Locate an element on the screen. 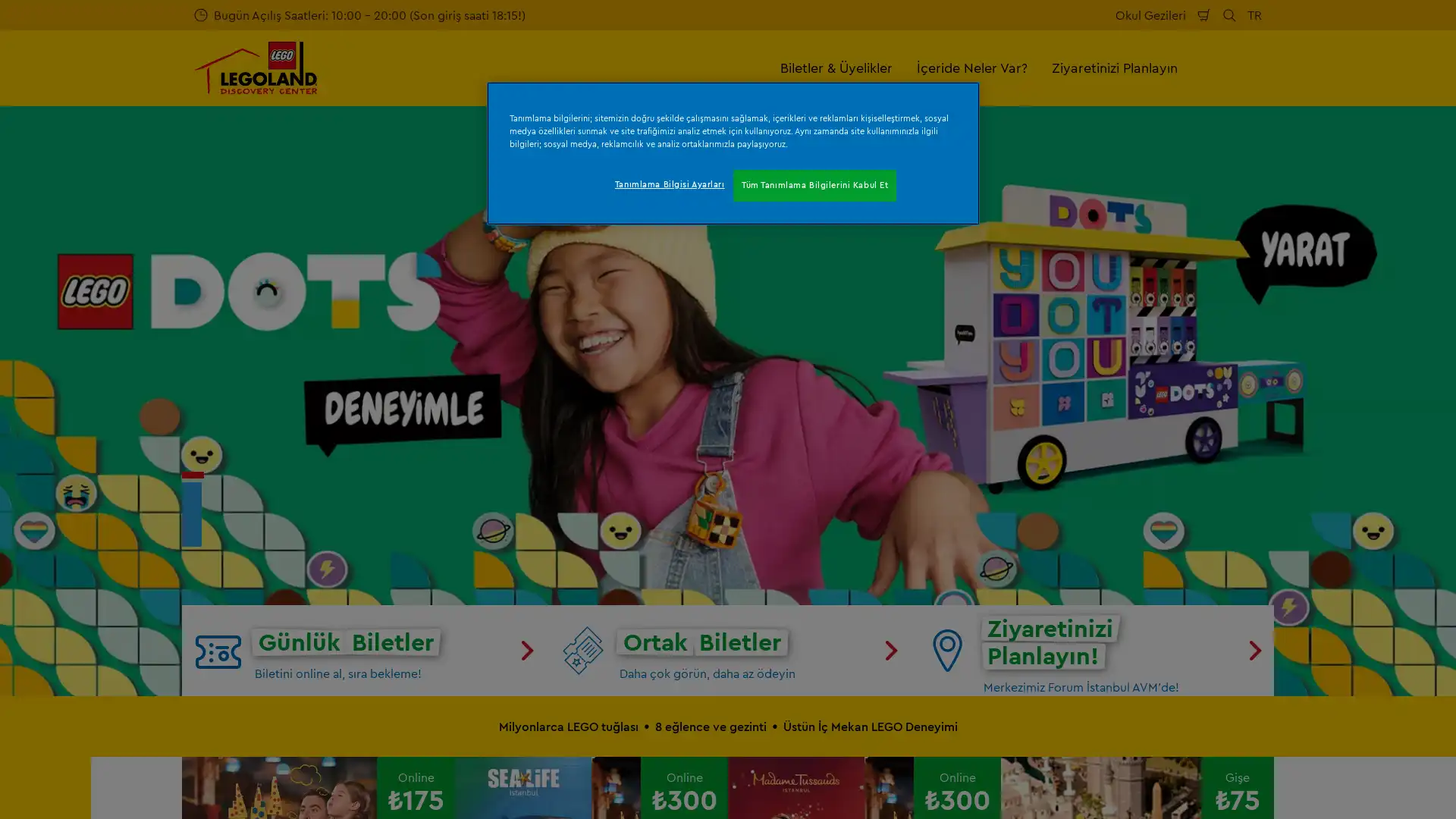 The width and height of the screenshot is (1456, 819). TR Diller is located at coordinates (1254, 14).